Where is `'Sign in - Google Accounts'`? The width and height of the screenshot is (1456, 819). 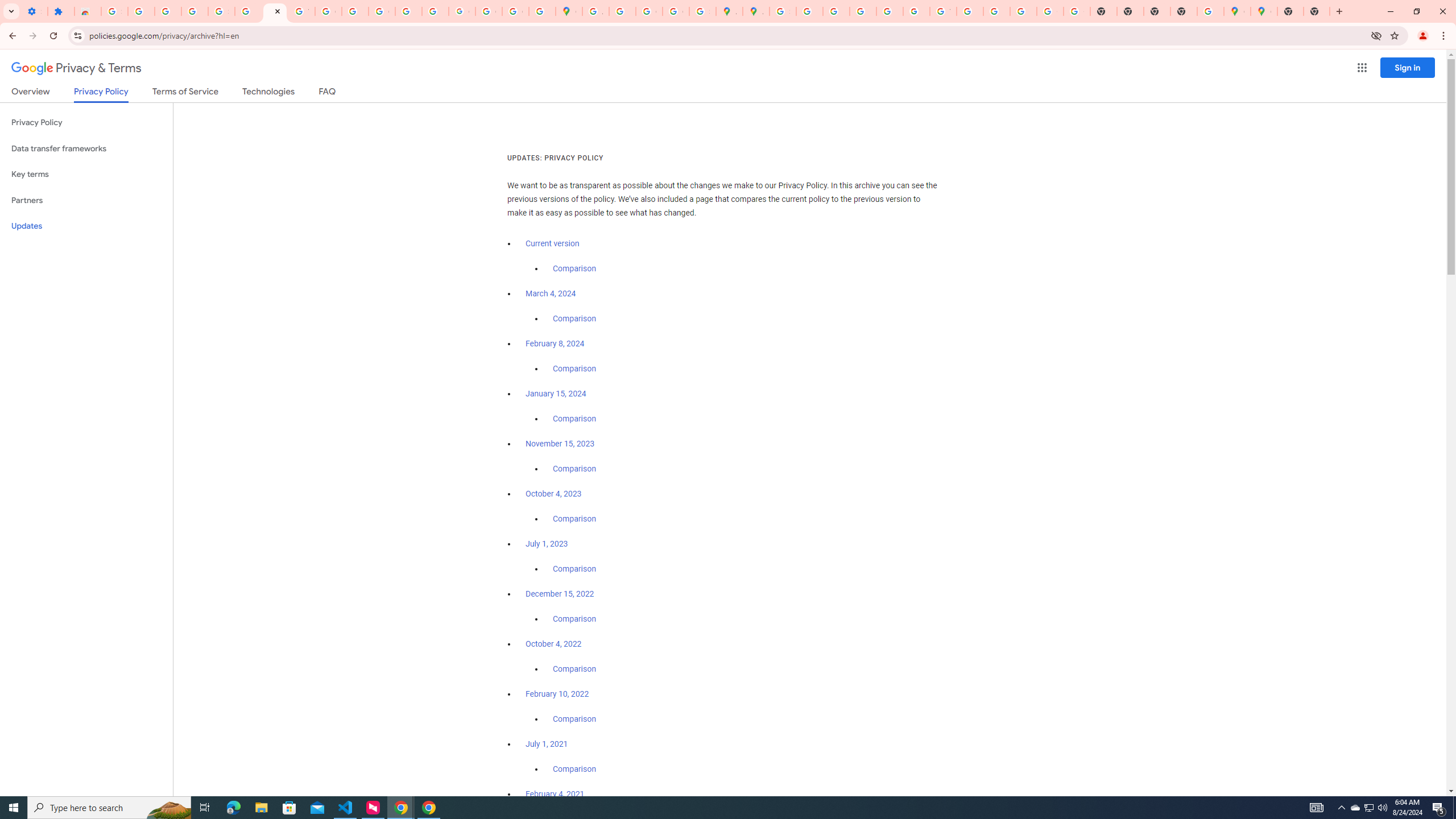 'Sign in - Google Accounts' is located at coordinates (113, 11).